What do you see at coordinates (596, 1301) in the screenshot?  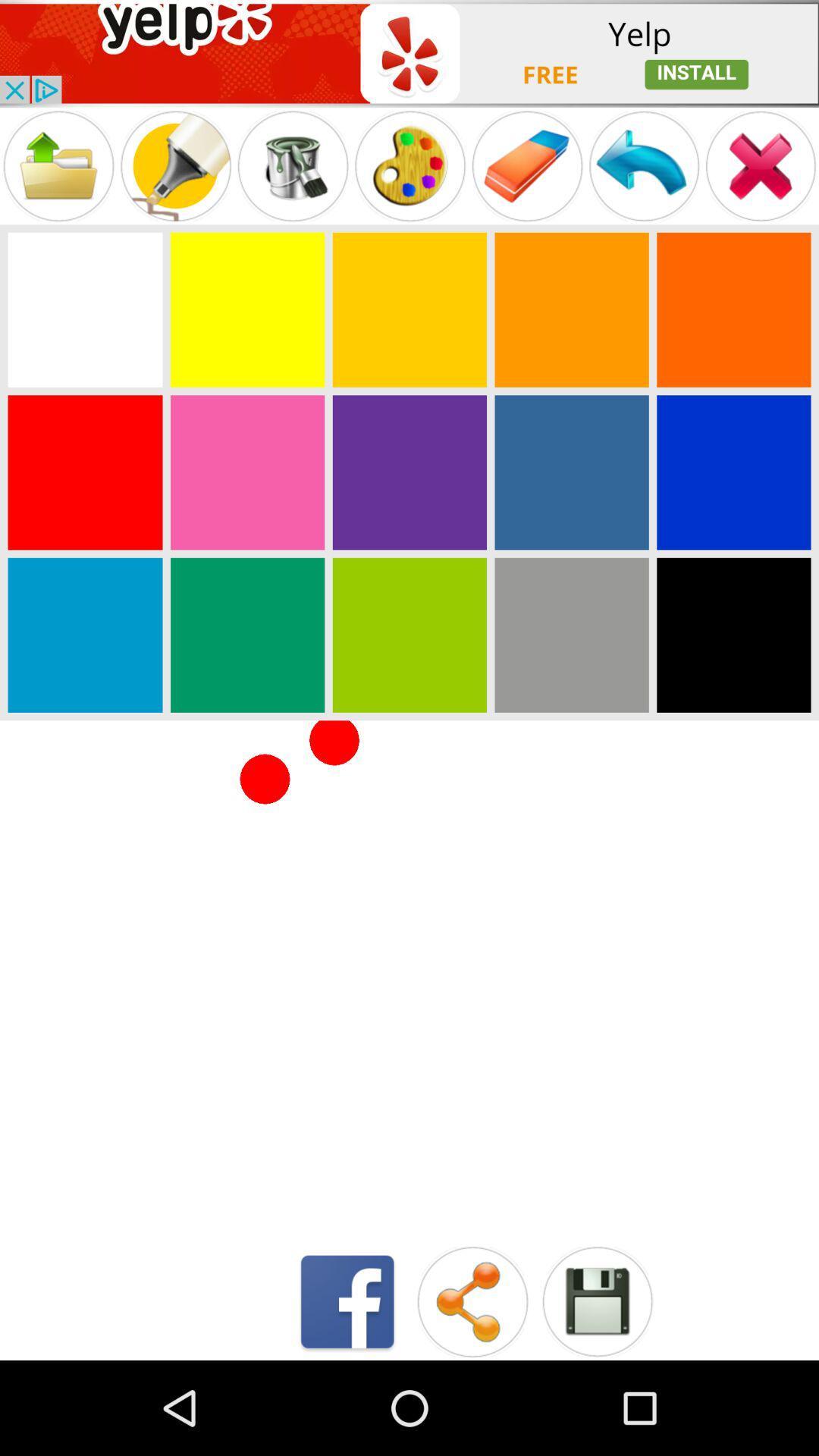 I see `save` at bounding box center [596, 1301].